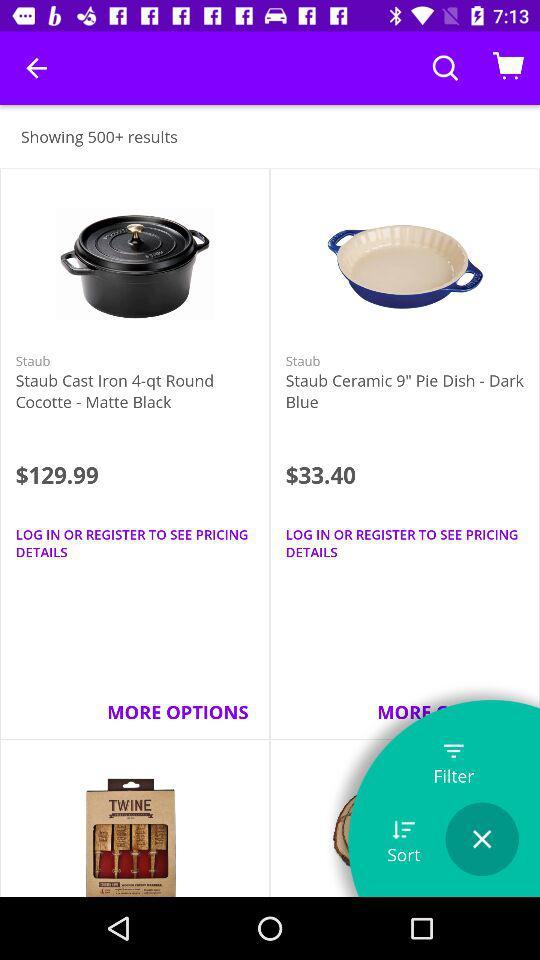  I want to click on the icon below the filter item, so click(481, 839).